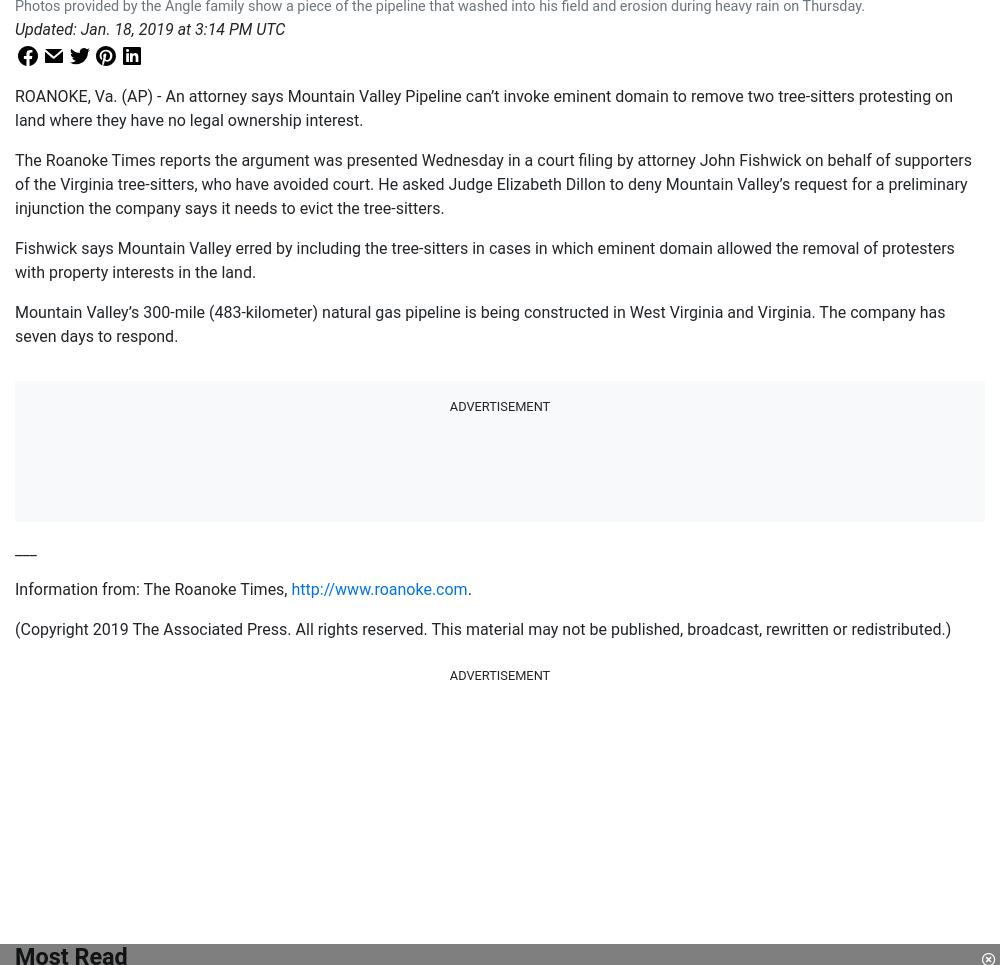 This screenshot has width=1000, height=965. Describe the element at coordinates (466, 589) in the screenshot. I see `'.'` at that location.